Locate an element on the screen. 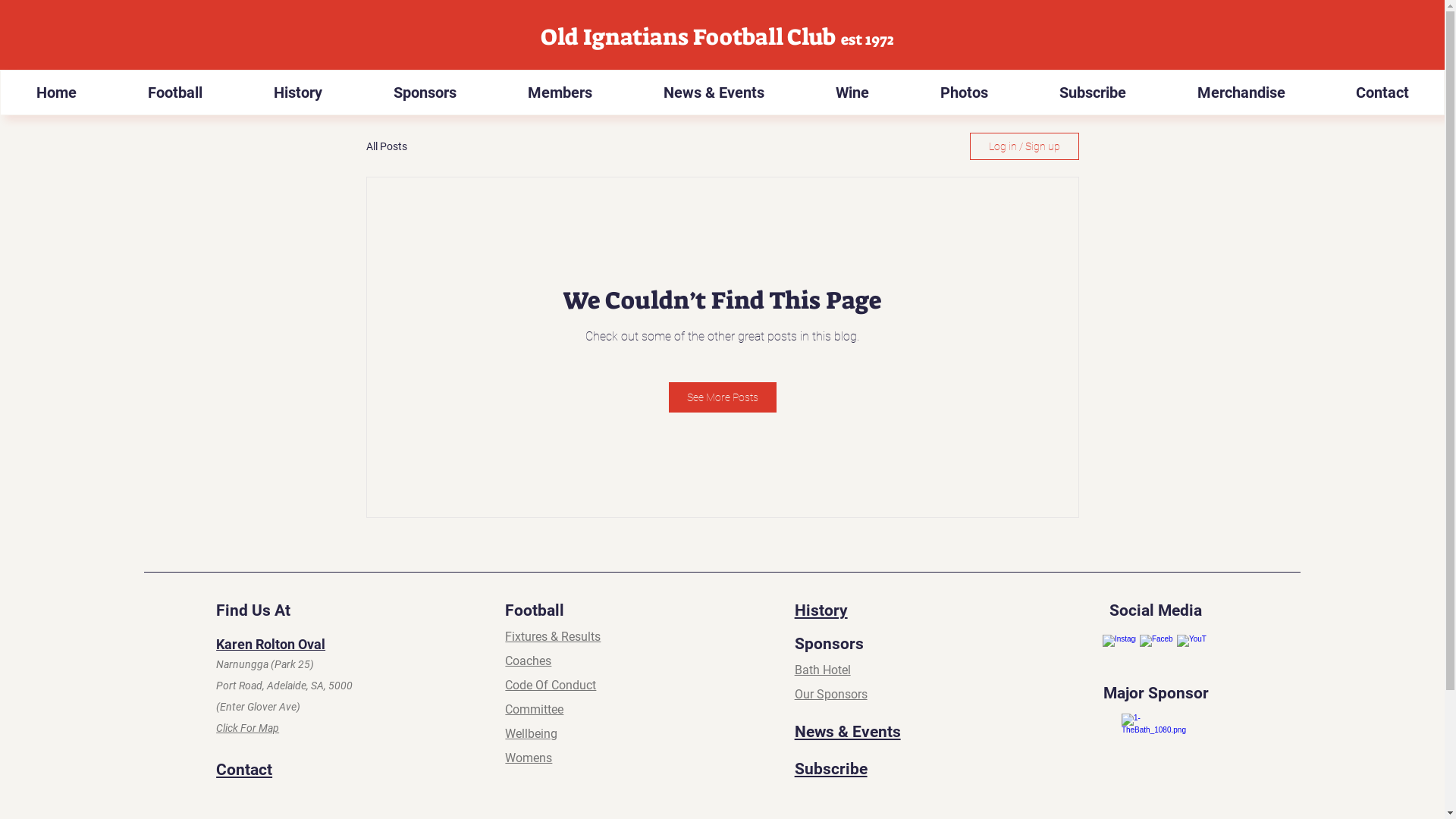 The image size is (1456, 819). 'Bath Hotel' is located at coordinates (821, 669).